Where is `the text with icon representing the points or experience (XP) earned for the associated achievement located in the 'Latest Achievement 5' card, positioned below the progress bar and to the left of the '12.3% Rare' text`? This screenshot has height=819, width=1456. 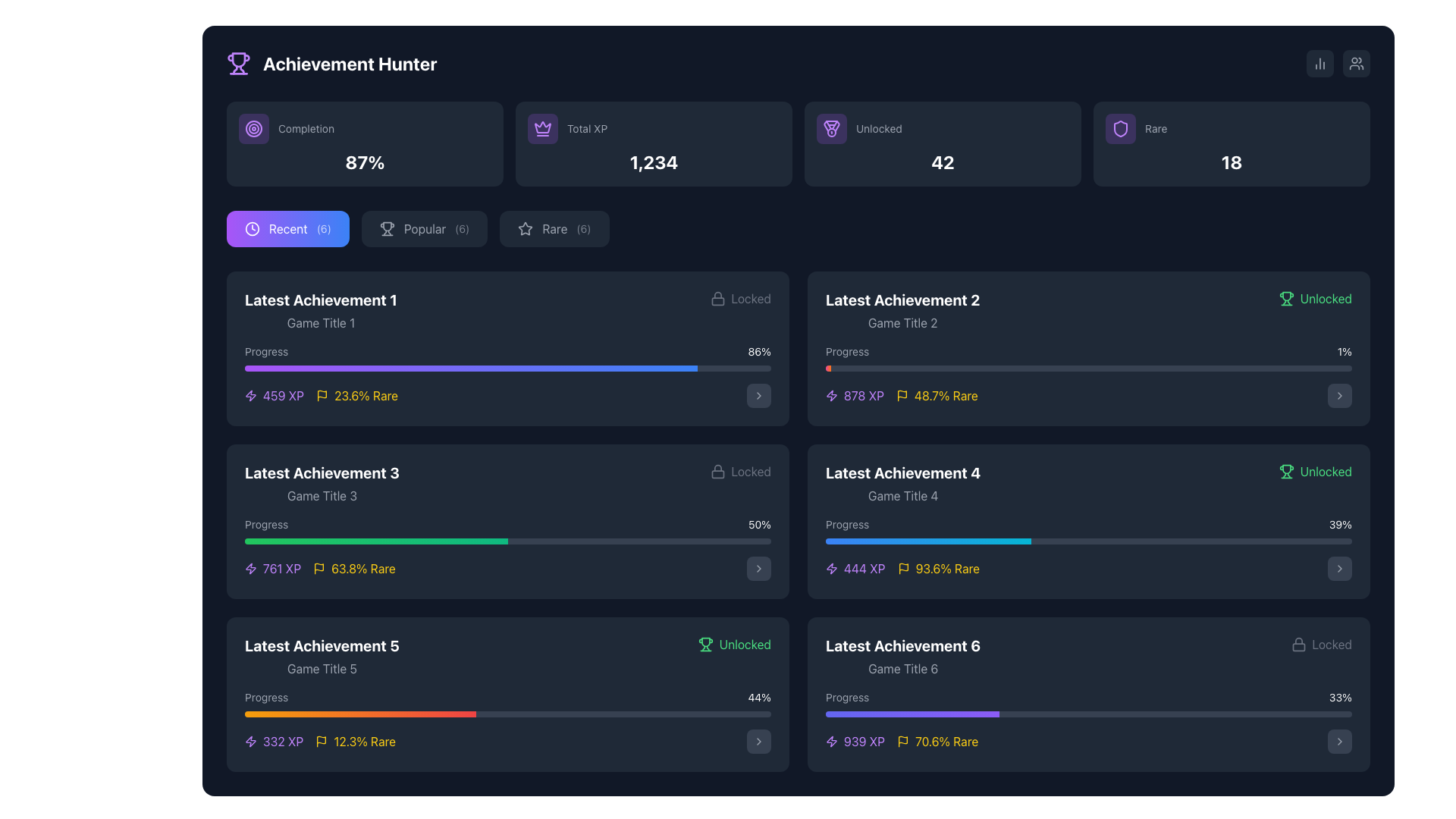
the text with icon representing the points or experience (XP) earned for the associated achievement located in the 'Latest Achievement 5' card, positioned below the progress bar and to the left of the '12.3% Rare' text is located at coordinates (274, 741).